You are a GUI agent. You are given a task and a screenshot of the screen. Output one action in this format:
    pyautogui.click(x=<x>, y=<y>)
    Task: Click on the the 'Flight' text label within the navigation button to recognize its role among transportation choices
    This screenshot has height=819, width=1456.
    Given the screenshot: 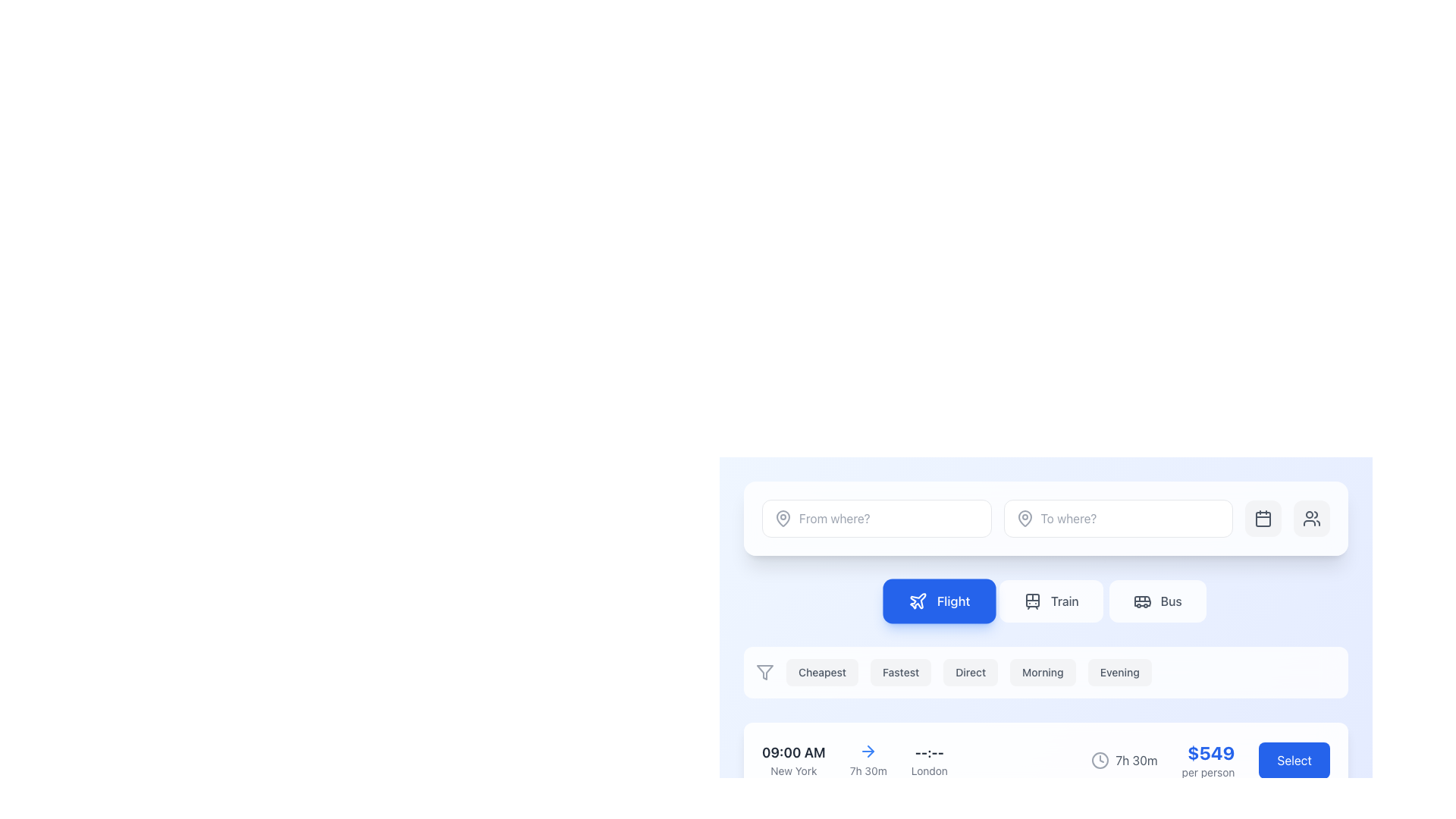 What is the action you would take?
    pyautogui.click(x=952, y=601)
    